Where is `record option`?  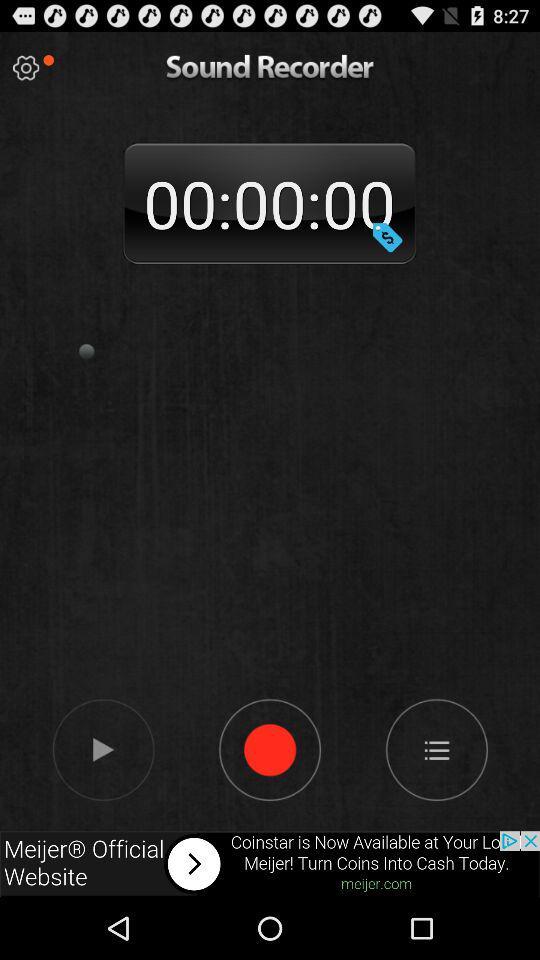
record option is located at coordinates (269, 748).